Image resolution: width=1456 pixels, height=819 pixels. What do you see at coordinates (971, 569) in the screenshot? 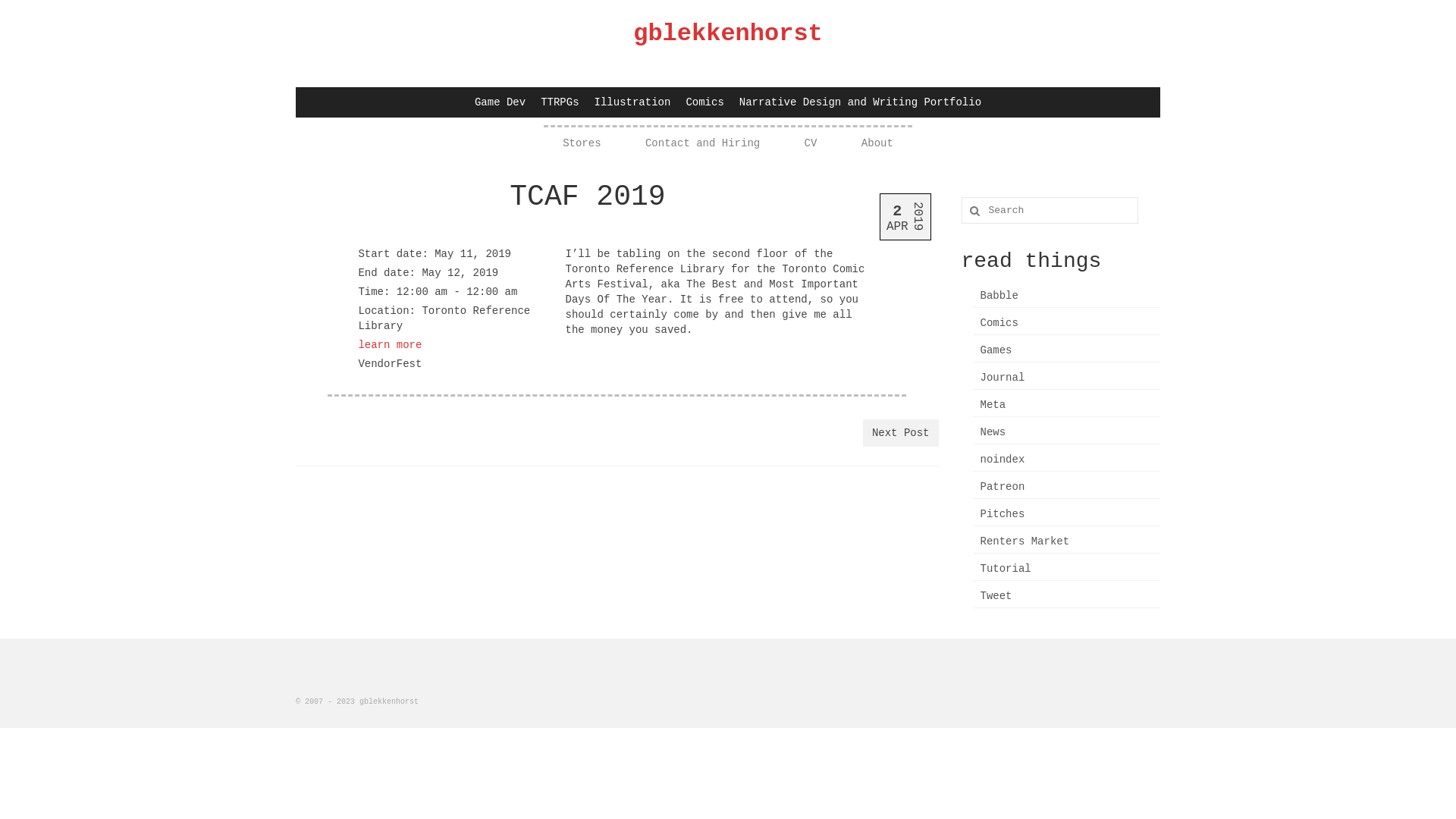
I see `'Tutorial'` at bounding box center [971, 569].